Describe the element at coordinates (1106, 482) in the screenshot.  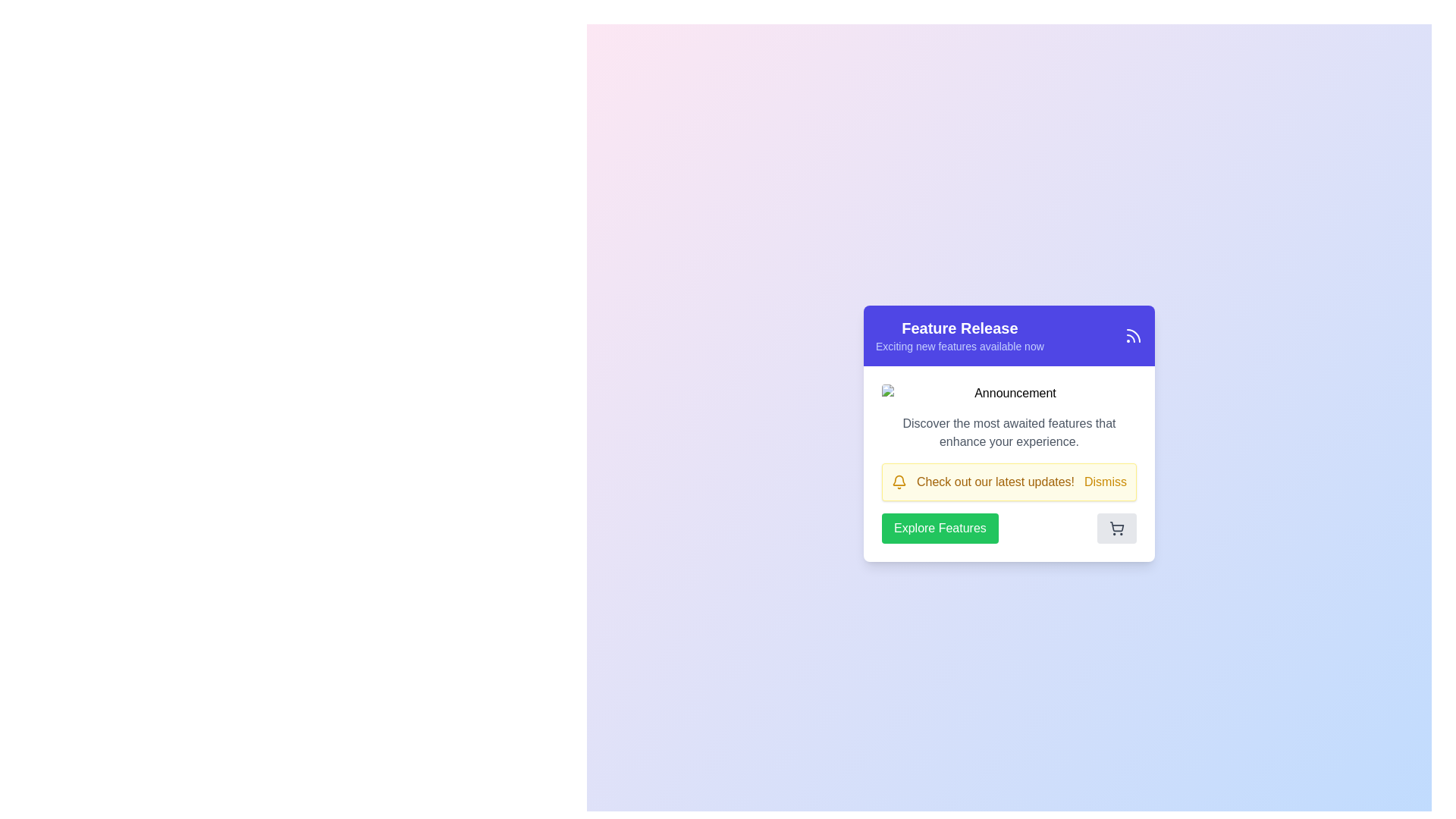
I see `the dismiss button located at the bottom-right corner of the notification panel` at that location.